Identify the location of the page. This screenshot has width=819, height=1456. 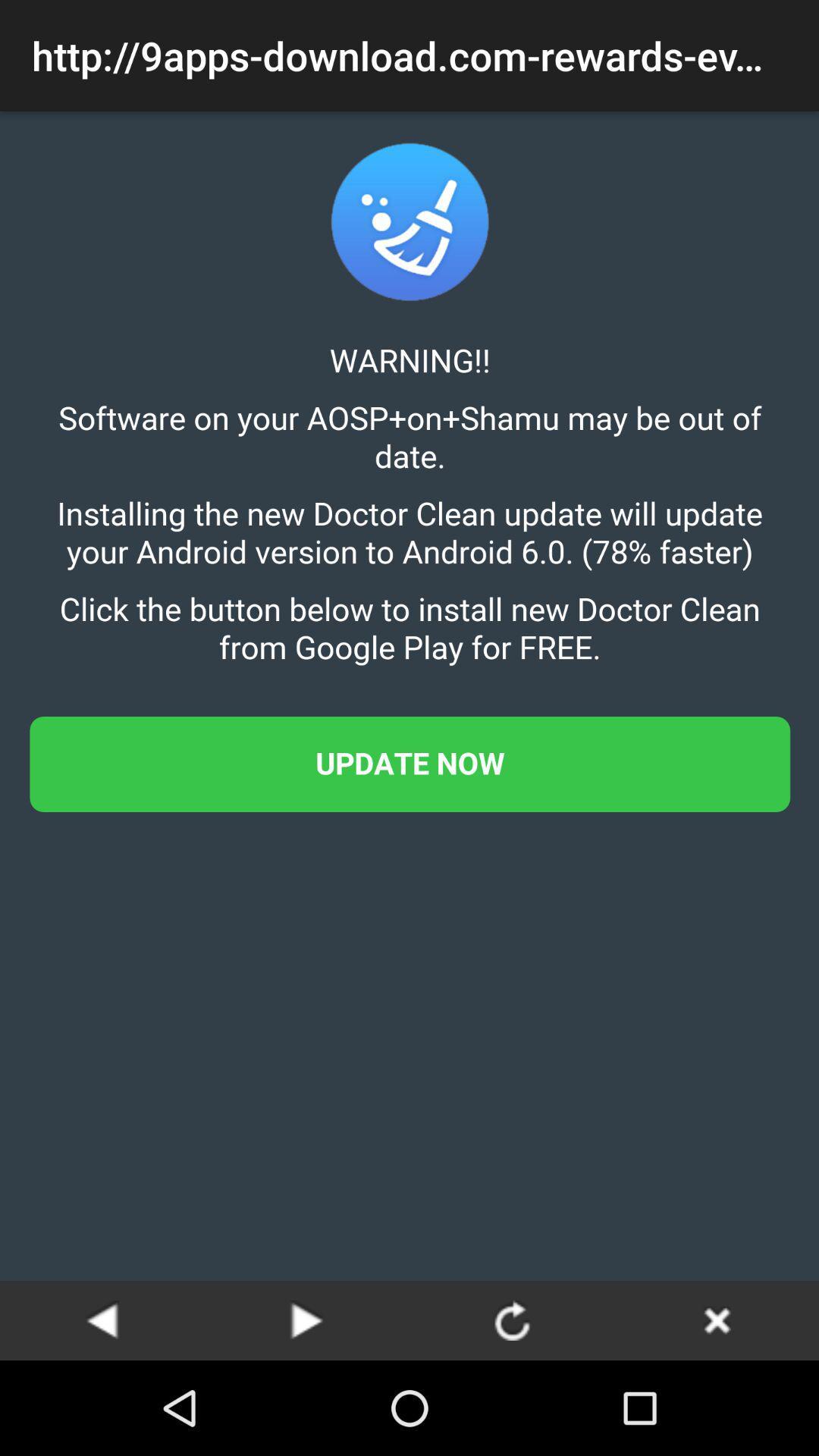
(717, 1319).